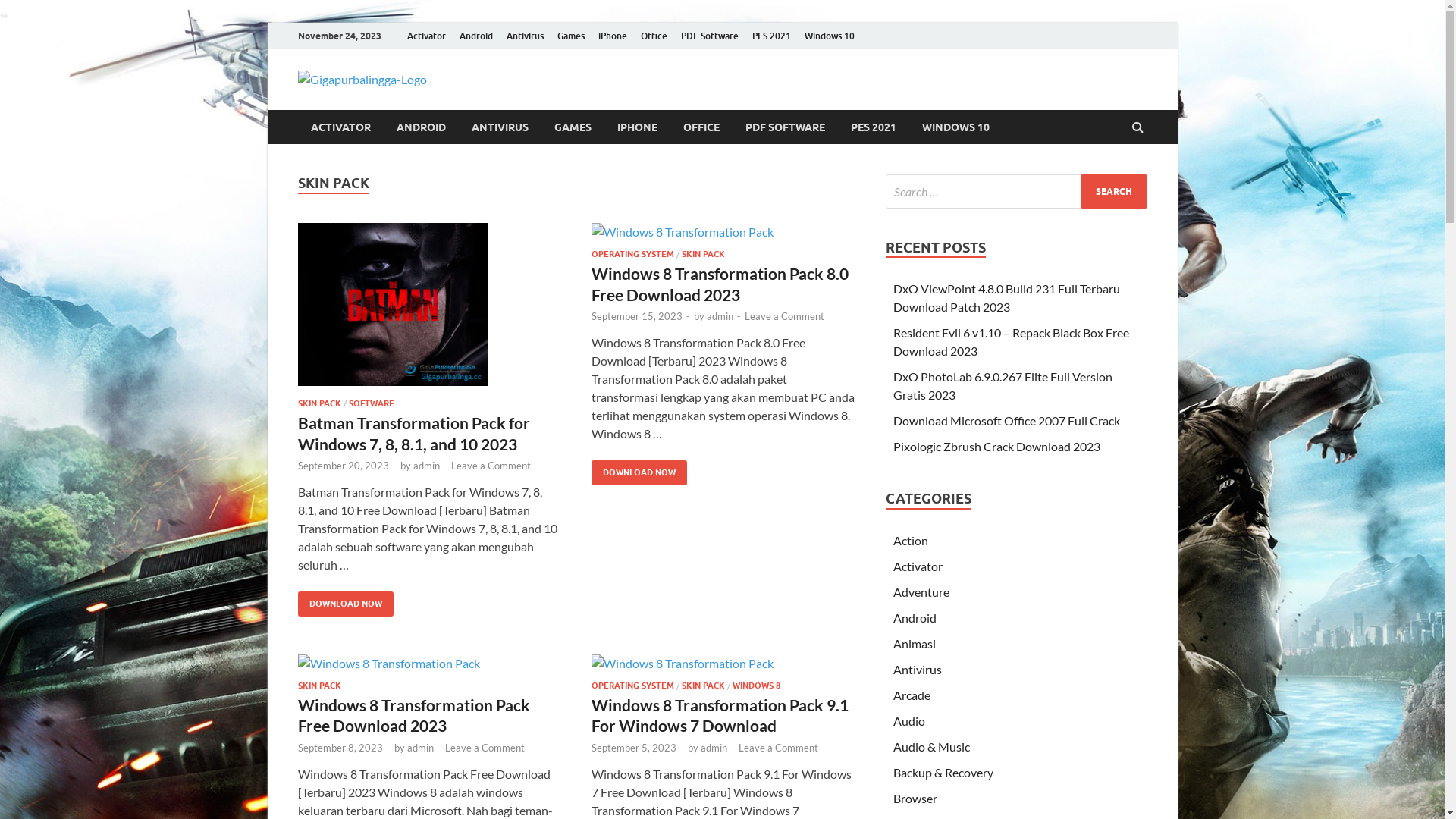 The image size is (1456, 819). Describe the element at coordinates (654, 35) in the screenshot. I see `'Office'` at that location.